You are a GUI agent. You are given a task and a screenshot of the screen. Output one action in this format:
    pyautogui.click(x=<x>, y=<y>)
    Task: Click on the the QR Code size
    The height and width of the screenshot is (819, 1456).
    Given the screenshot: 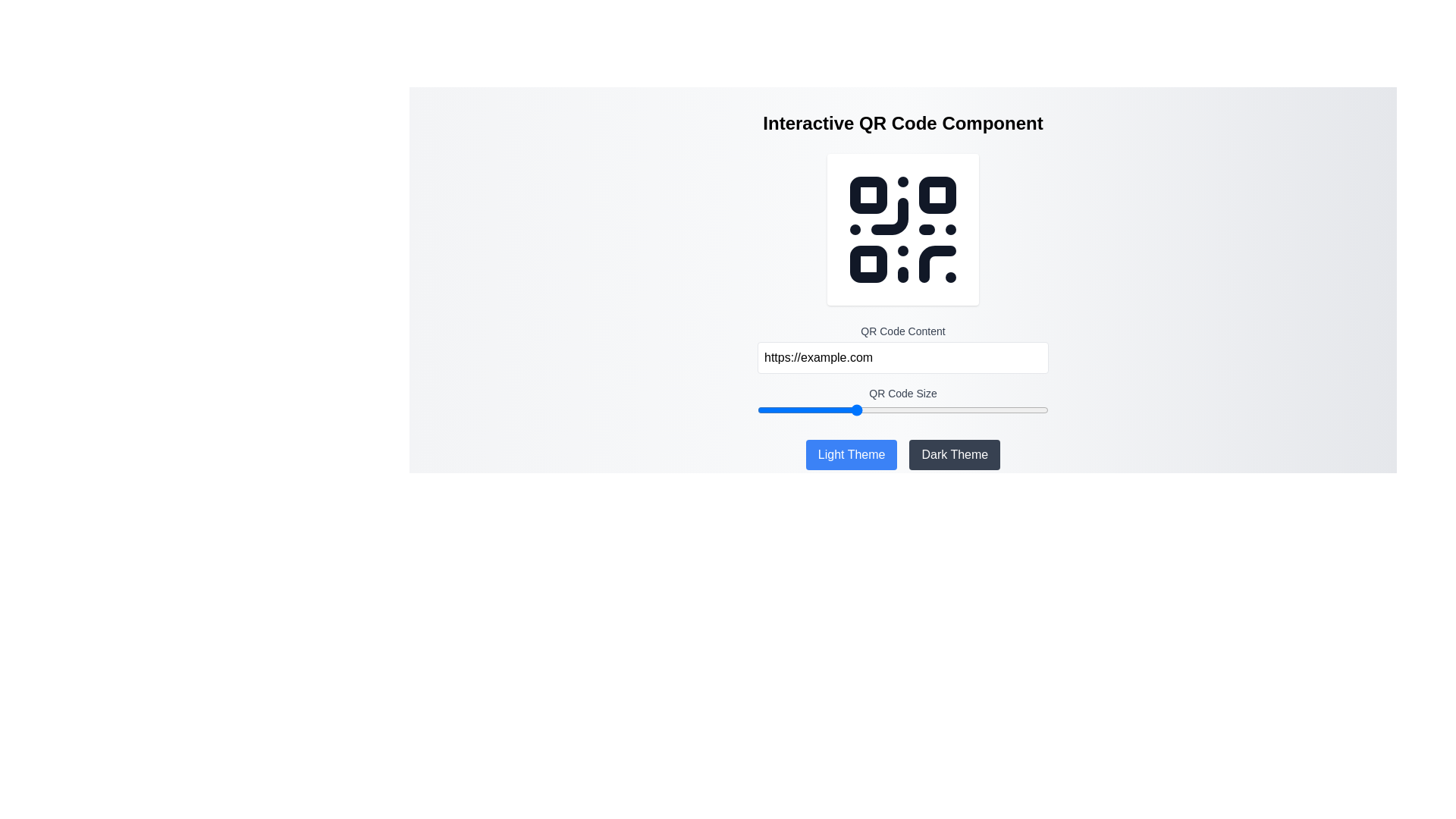 What is the action you would take?
    pyautogui.click(x=763, y=409)
    